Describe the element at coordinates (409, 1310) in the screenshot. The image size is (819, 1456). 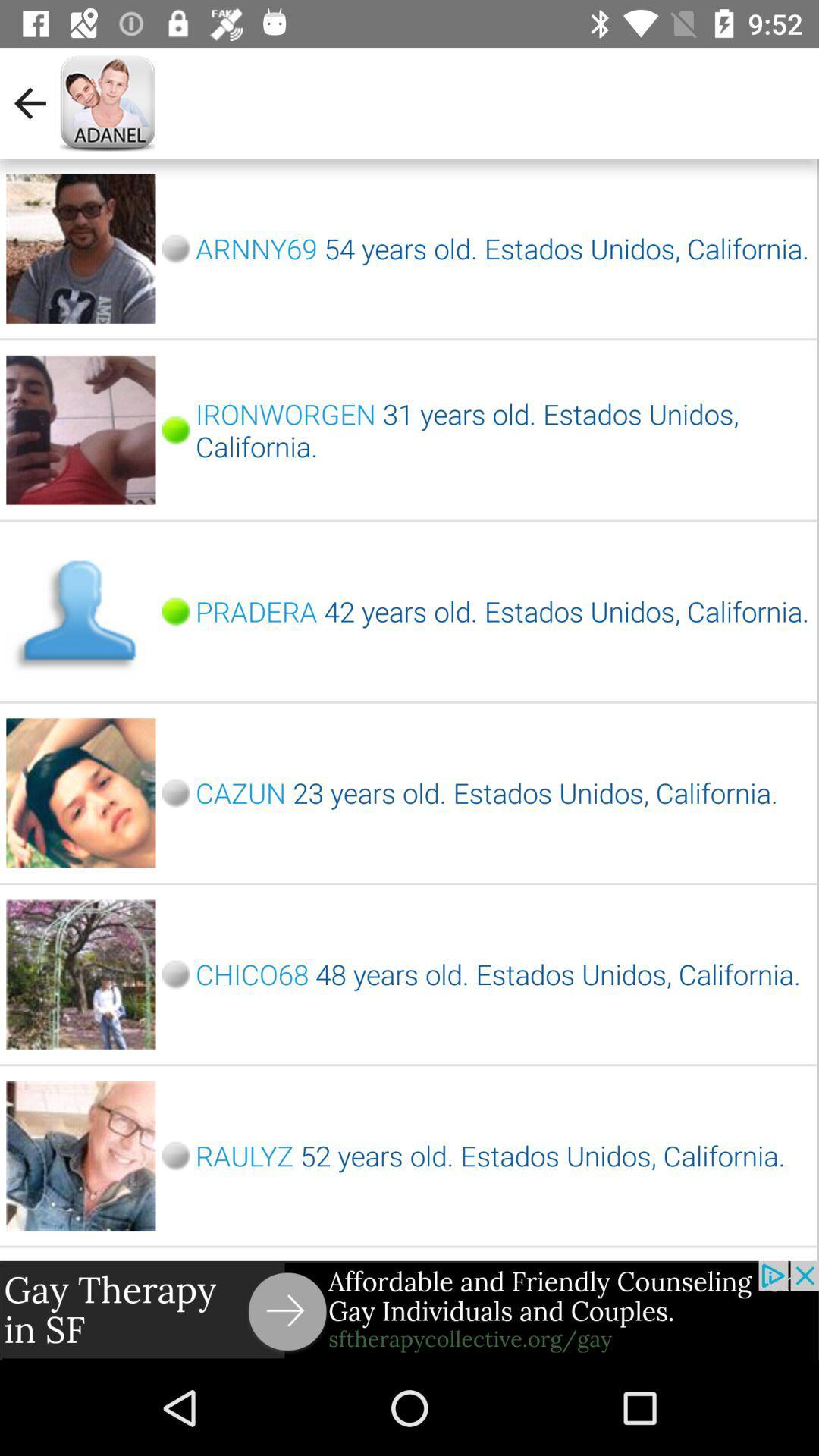
I see `advertisement banner` at that location.